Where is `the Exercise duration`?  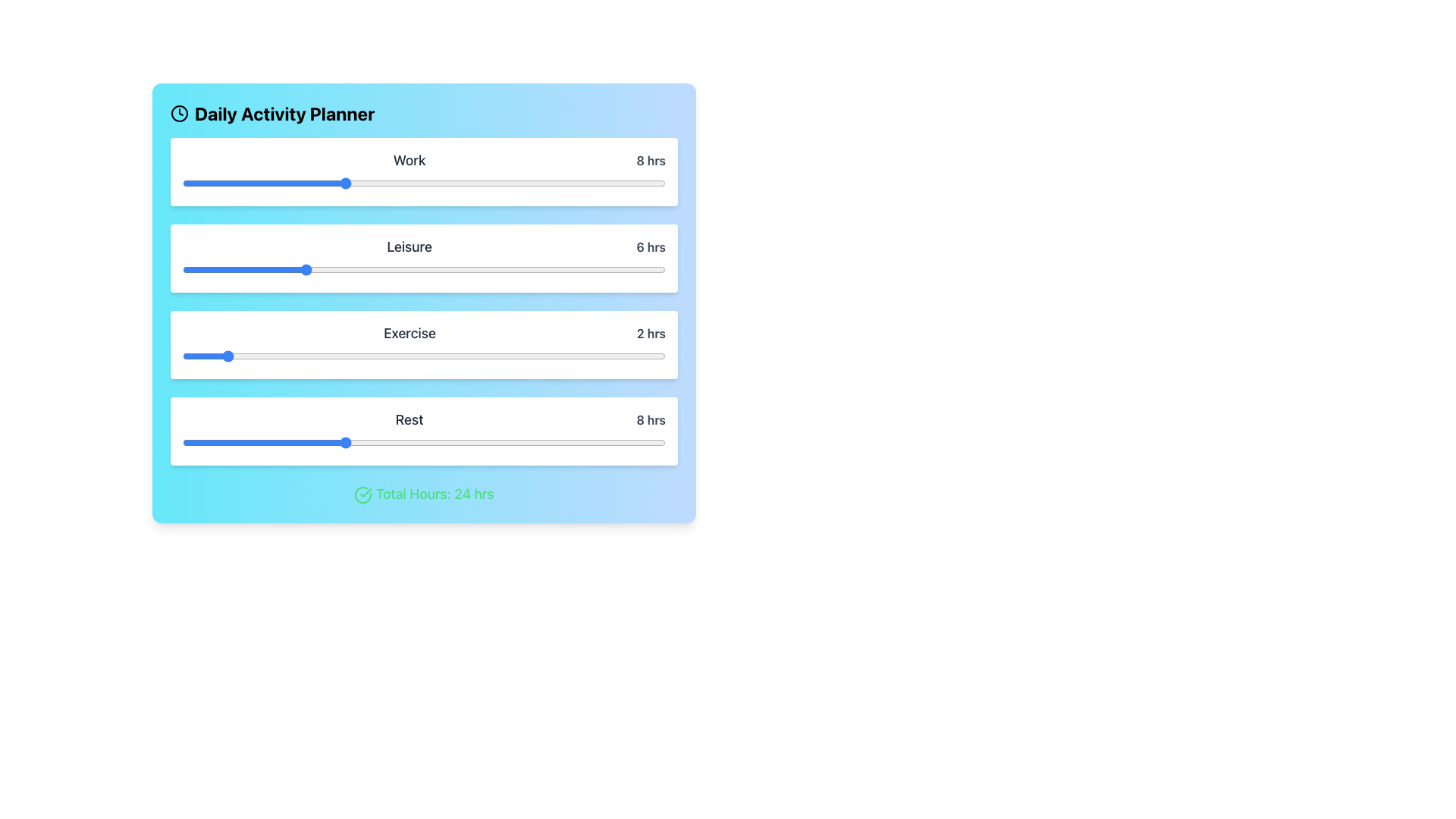 the Exercise duration is located at coordinates (283, 356).